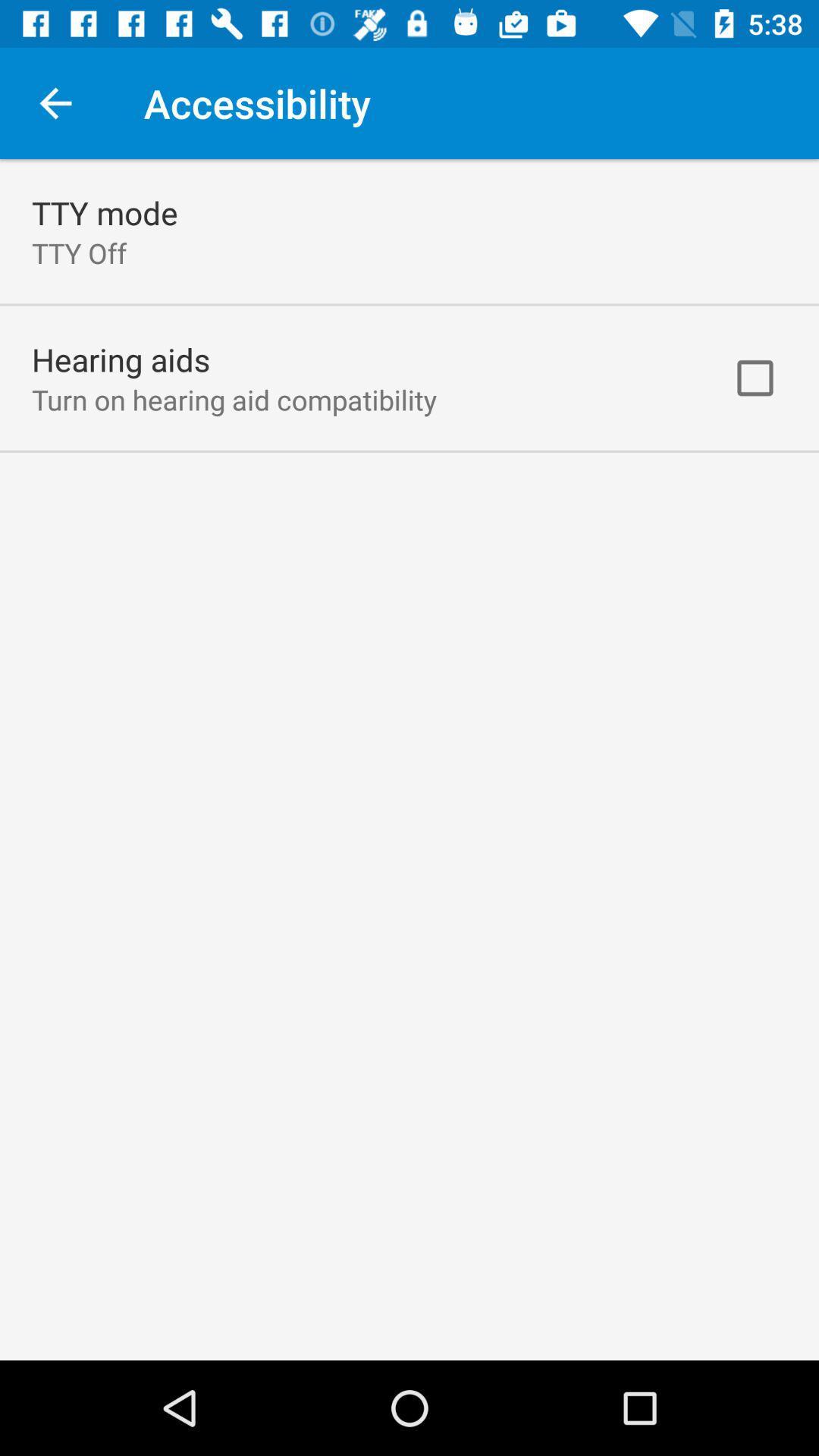 This screenshot has height=1456, width=819. Describe the element at coordinates (755, 378) in the screenshot. I see `the item next to turn on hearing item` at that location.